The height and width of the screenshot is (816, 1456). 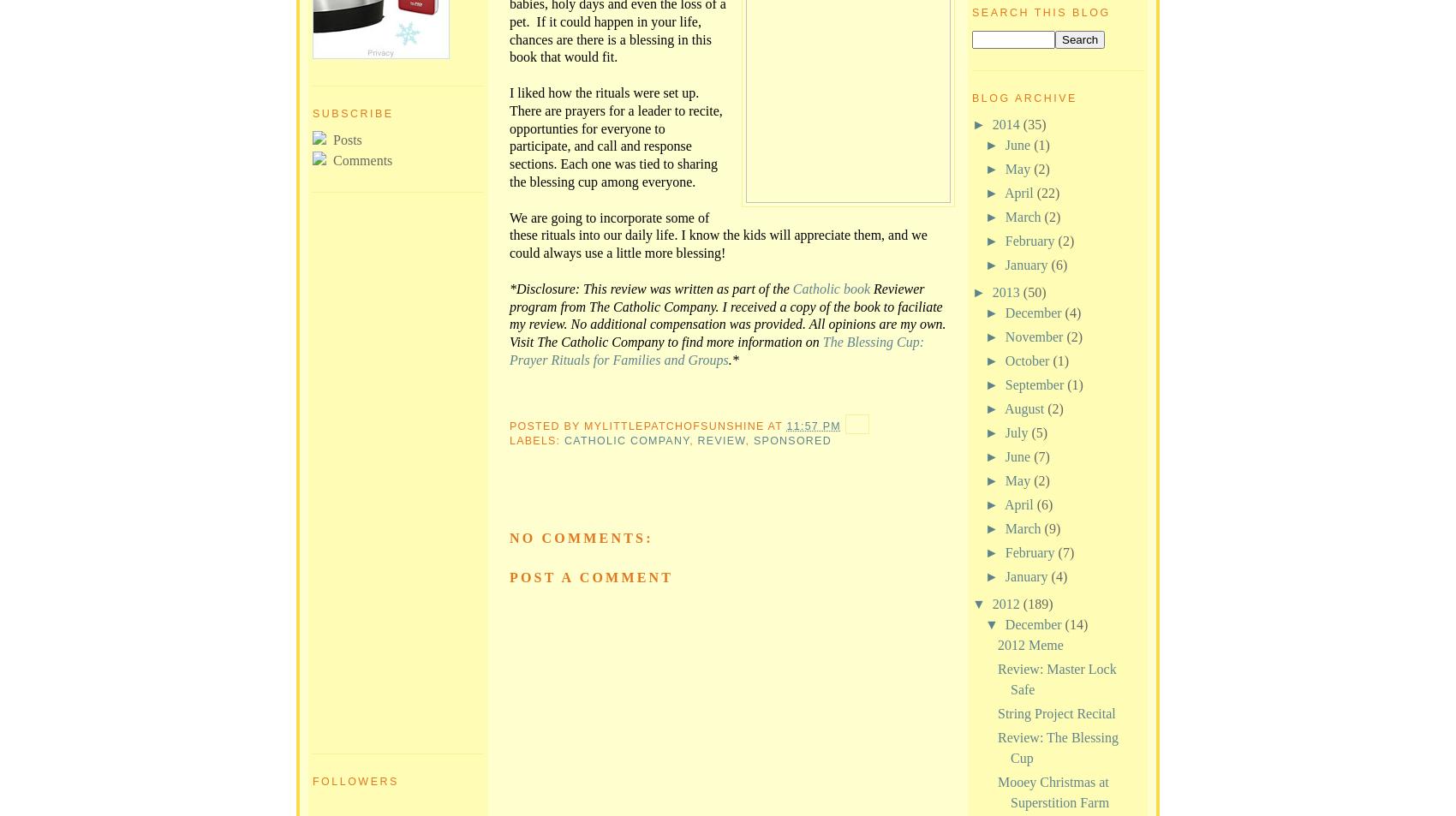 What do you see at coordinates (1033, 290) in the screenshot?
I see `'(50)'` at bounding box center [1033, 290].